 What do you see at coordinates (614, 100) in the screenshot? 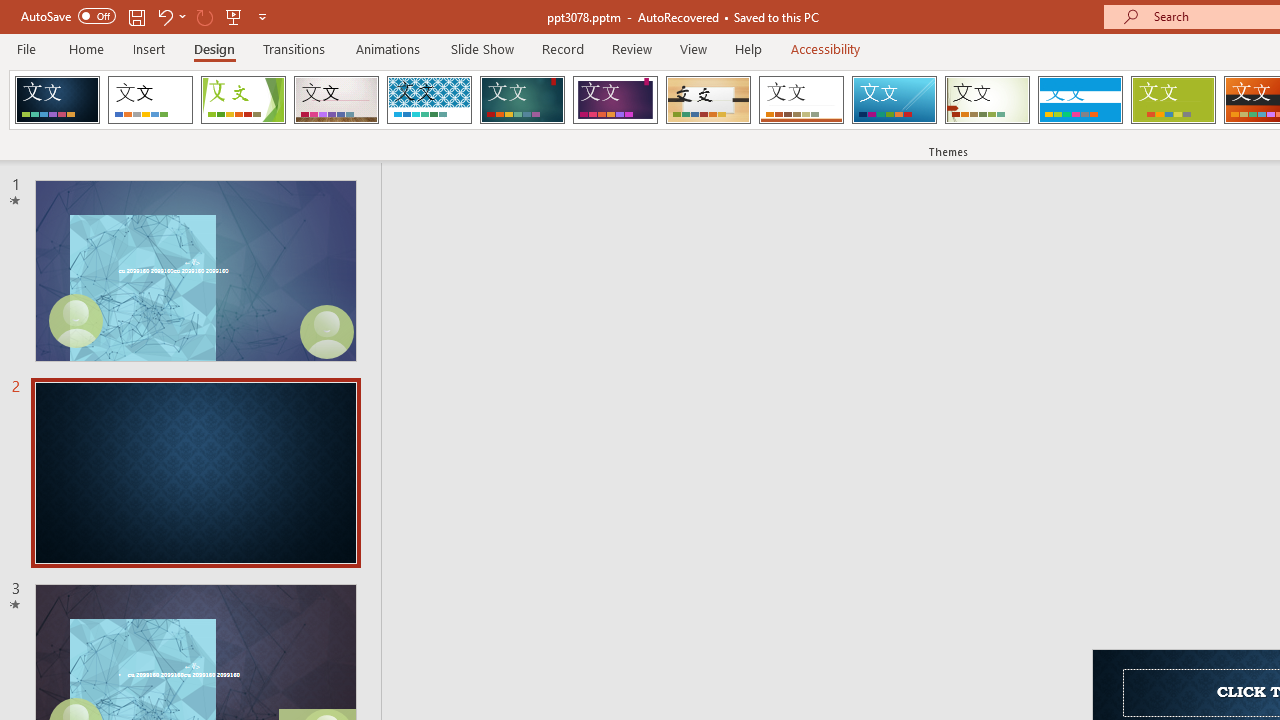
I see `'Ion Boardroom'` at bounding box center [614, 100].